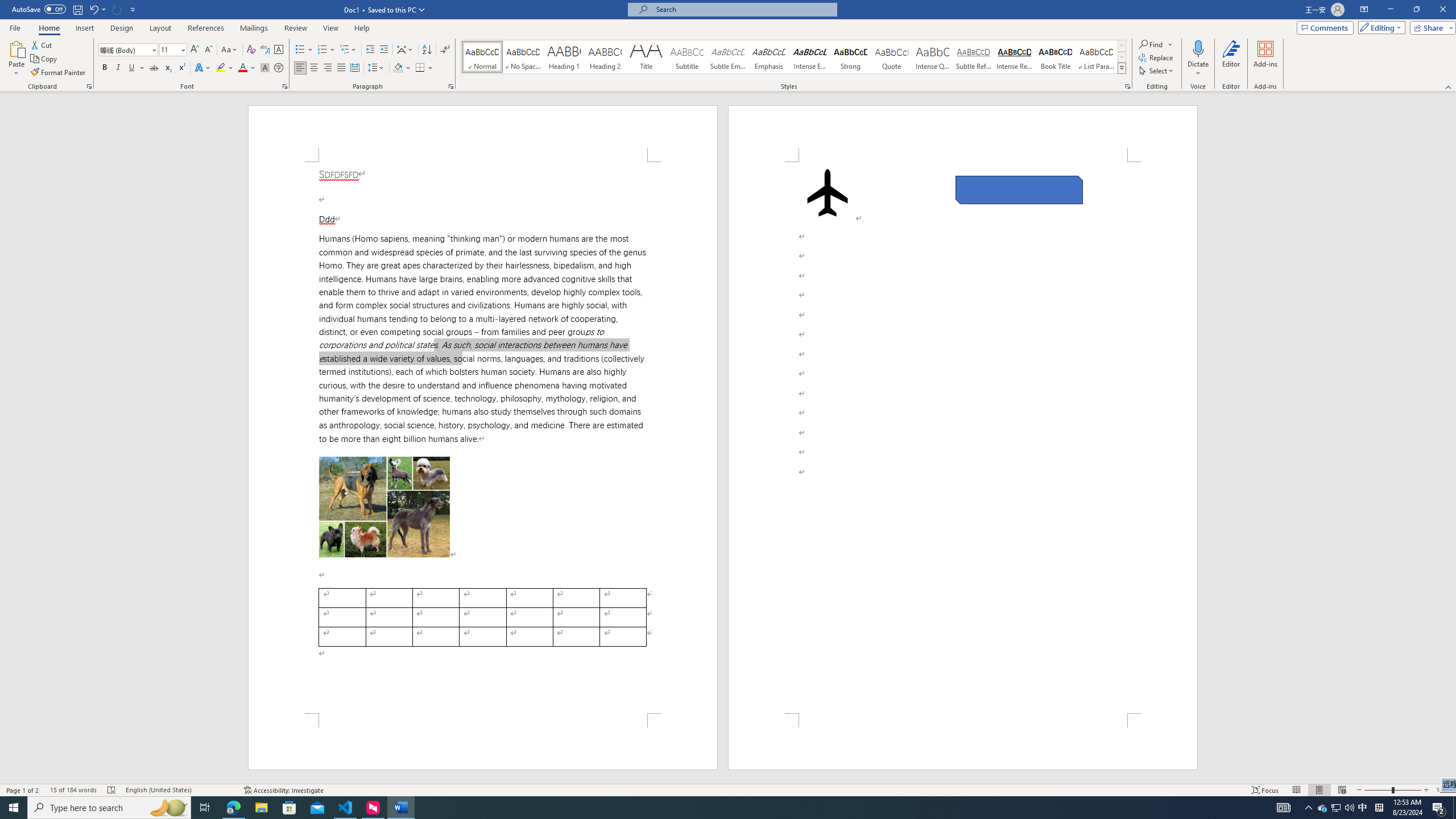 The height and width of the screenshot is (819, 1456). Describe the element at coordinates (1015, 56) in the screenshot. I see `'Intense Reference'` at that location.